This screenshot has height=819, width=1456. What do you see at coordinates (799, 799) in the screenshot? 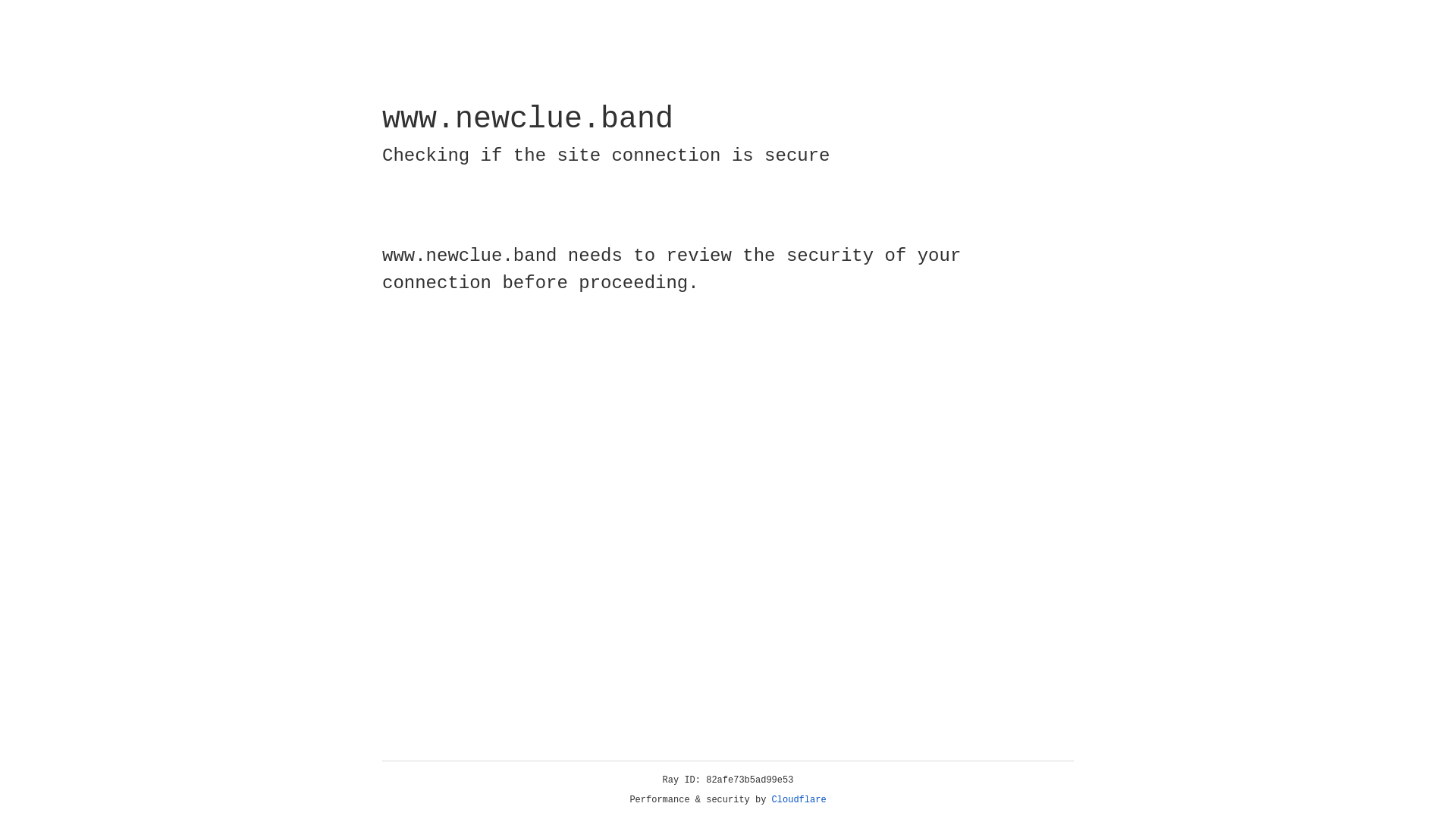
I see `'Cloudflare'` at bounding box center [799, 799].